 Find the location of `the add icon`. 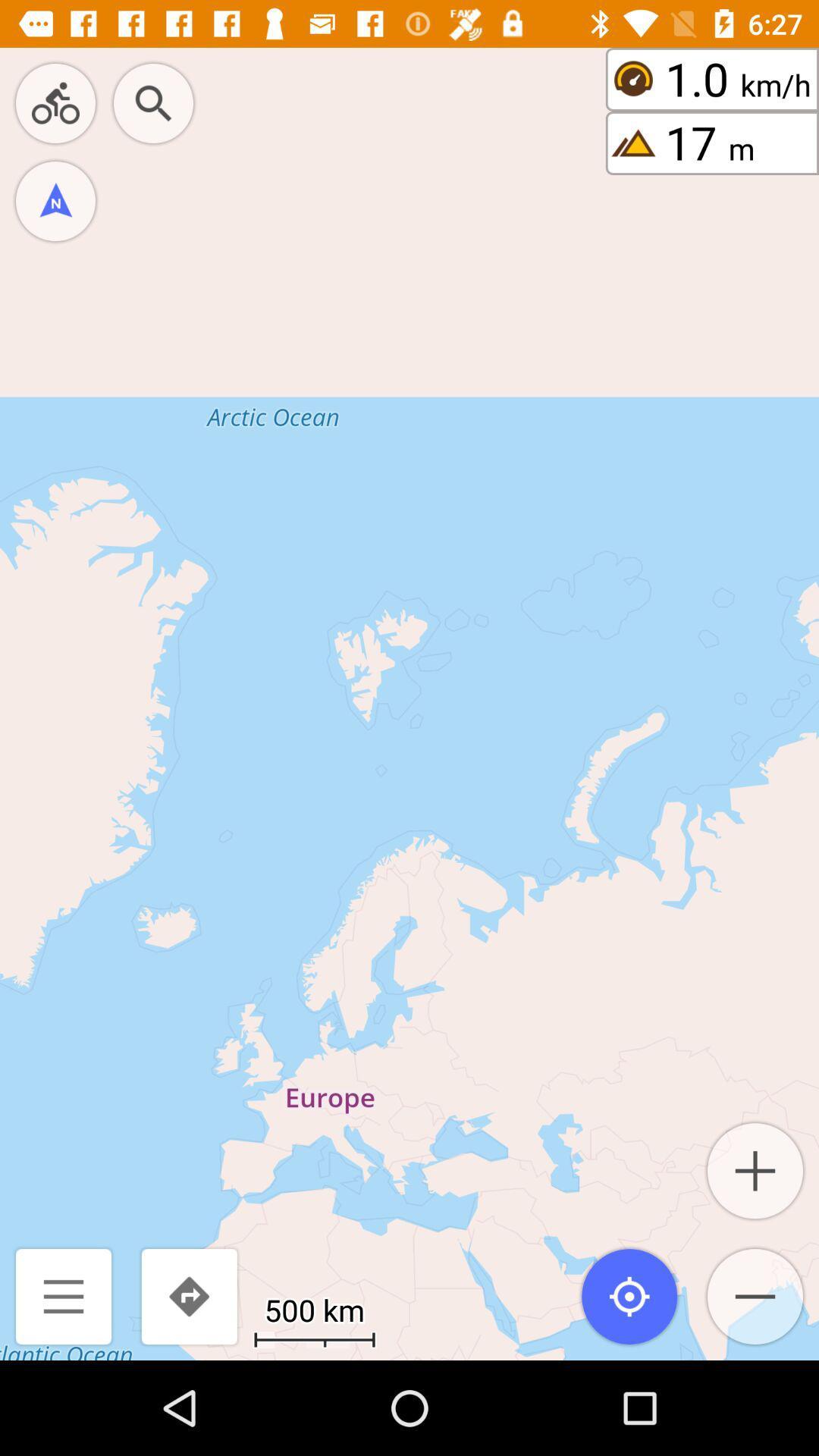

the add icon is located at coordinates (755, 1170).